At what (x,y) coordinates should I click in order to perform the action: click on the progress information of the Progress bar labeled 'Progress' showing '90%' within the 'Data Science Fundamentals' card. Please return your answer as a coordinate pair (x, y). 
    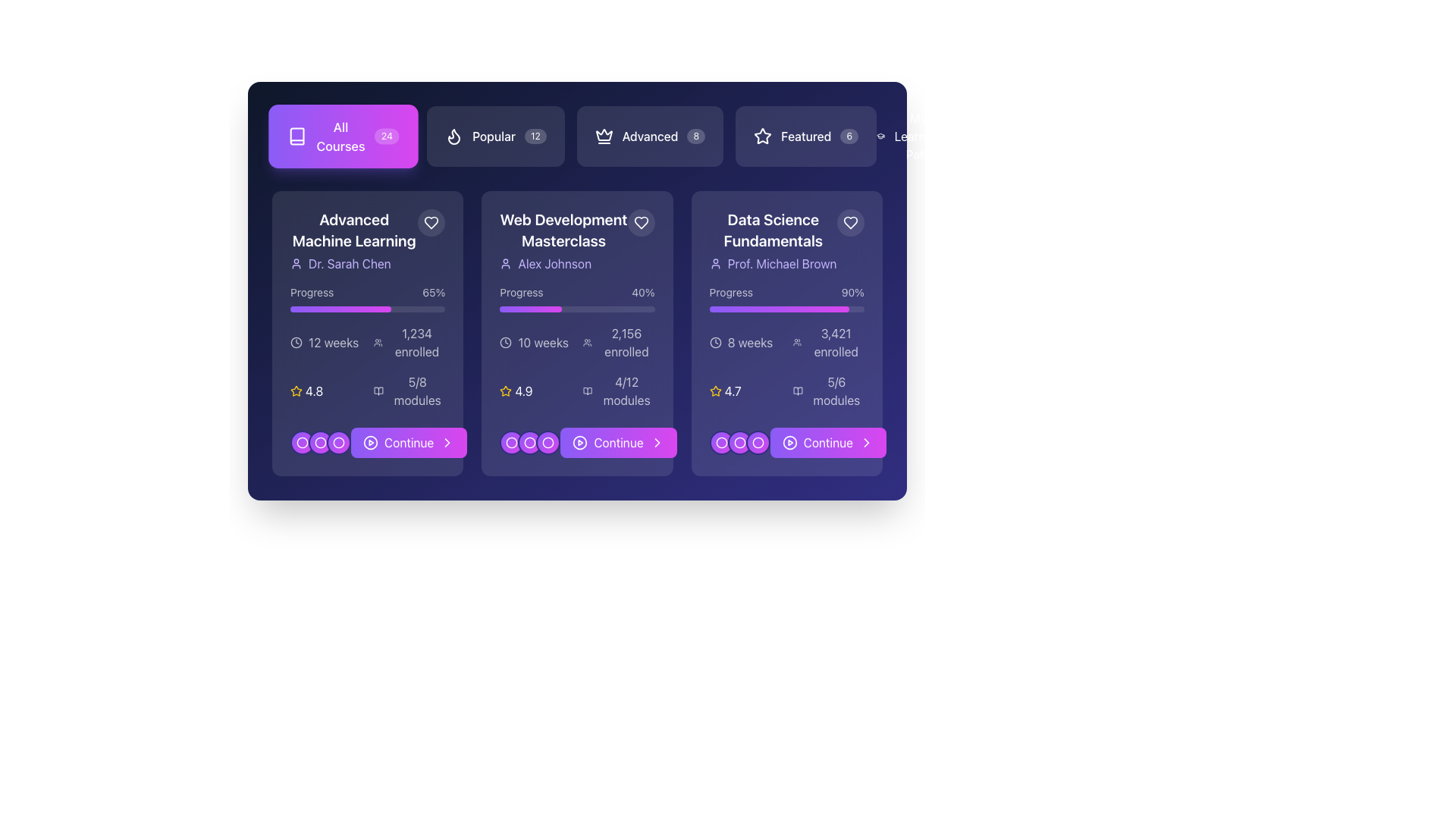
    Looking at the image, I should click on (786, 298).